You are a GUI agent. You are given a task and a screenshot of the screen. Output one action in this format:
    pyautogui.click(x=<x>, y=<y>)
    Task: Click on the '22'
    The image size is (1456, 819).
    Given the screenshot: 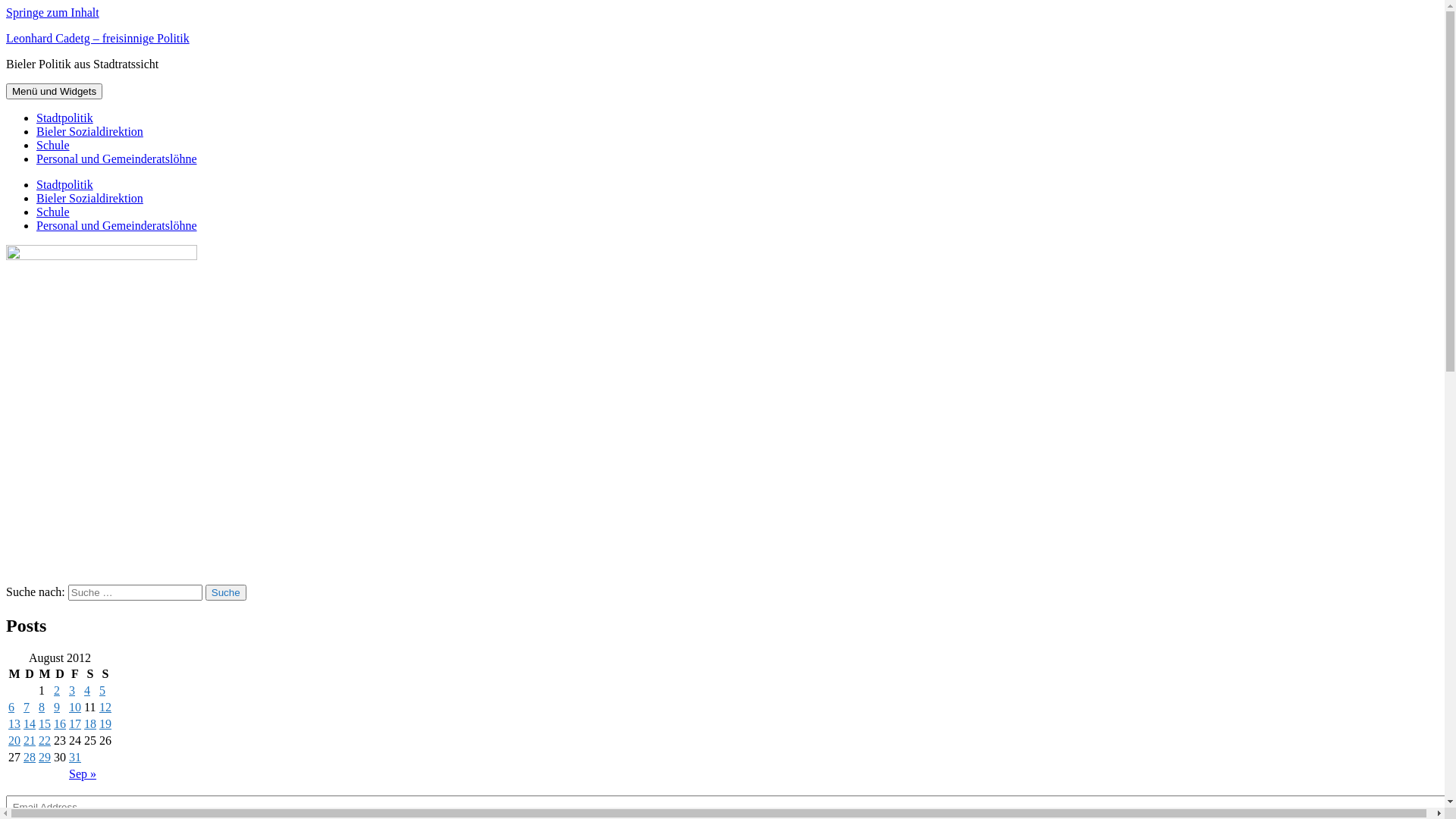 What is the action you would take?
    pyautogui.click(x=44, y=739)
    